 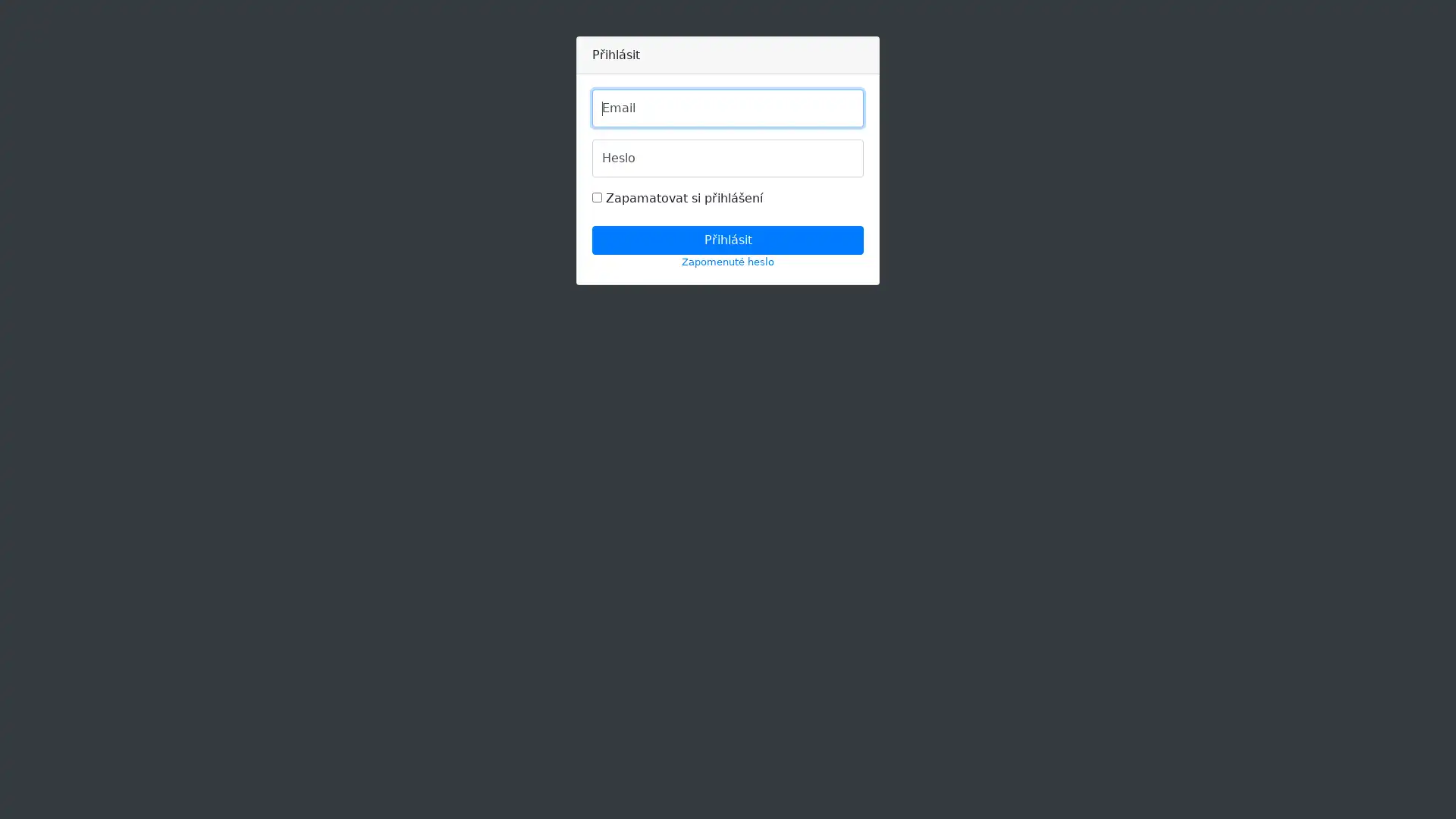 I want to click on Prihlasit, so click(x=728, y=239).